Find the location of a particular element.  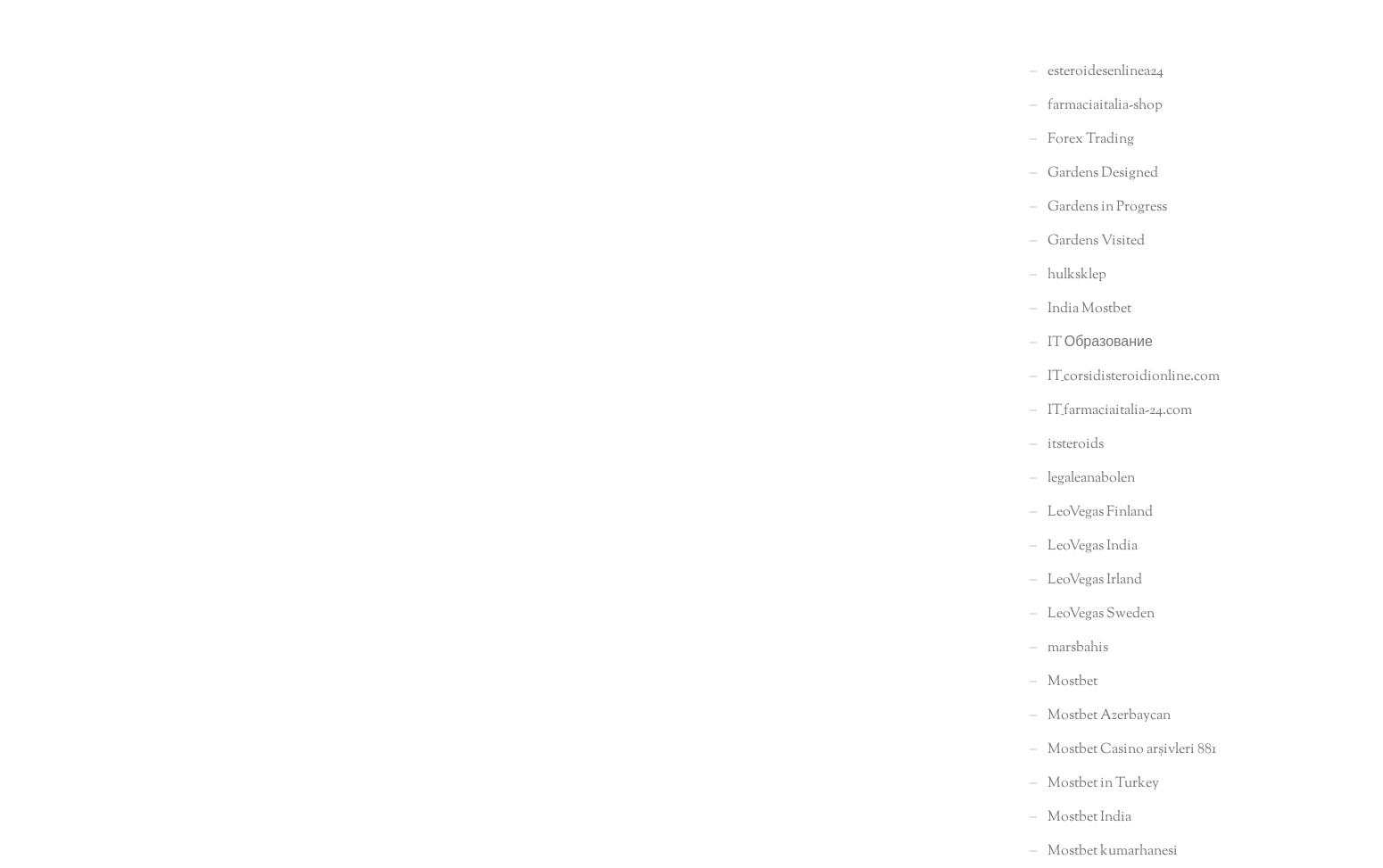

'LeoVegas Finland' is located at coordinates (1098, 511).